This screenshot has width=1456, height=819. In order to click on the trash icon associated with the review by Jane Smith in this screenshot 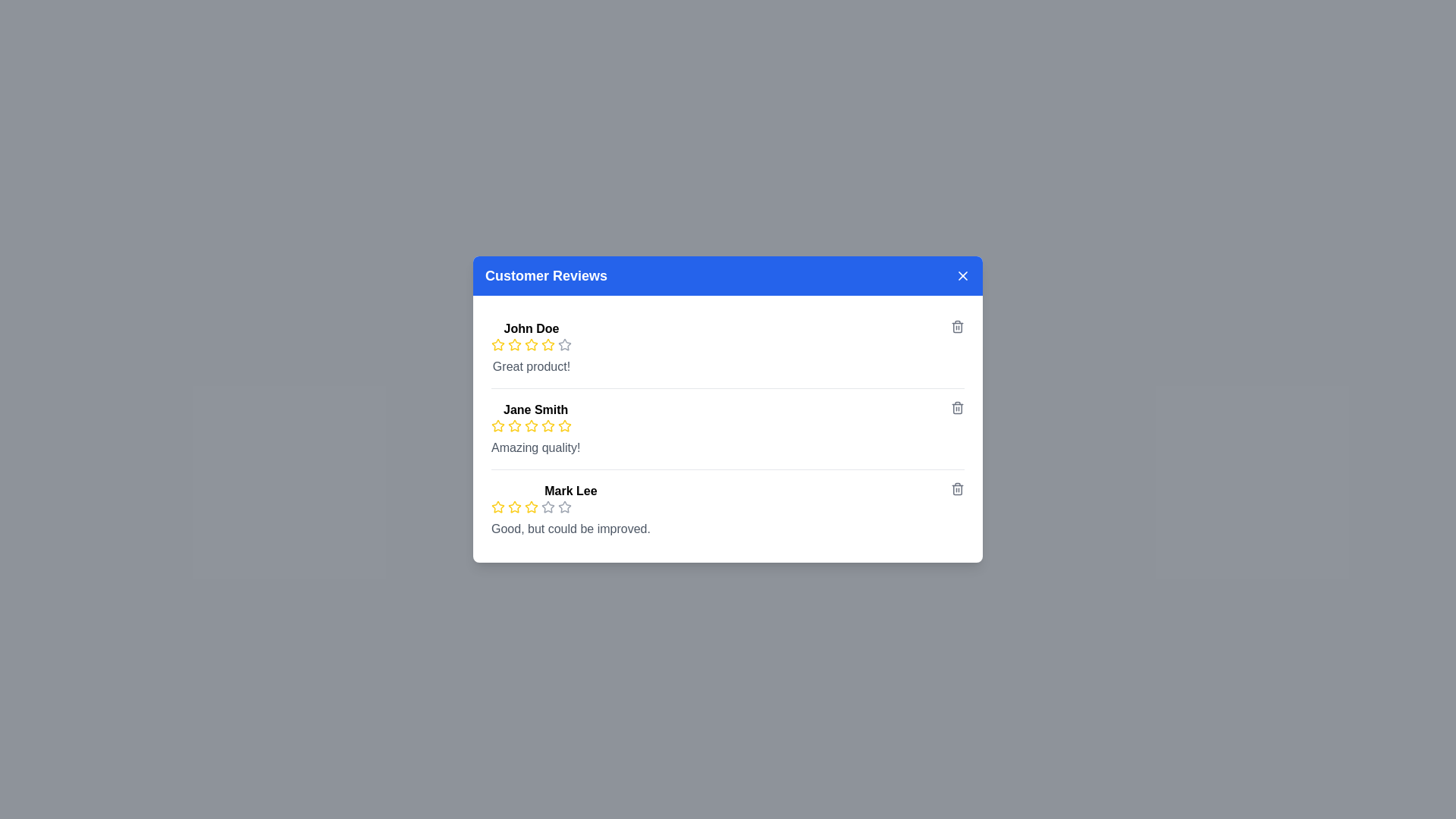, I will do `click(956, 406)`.